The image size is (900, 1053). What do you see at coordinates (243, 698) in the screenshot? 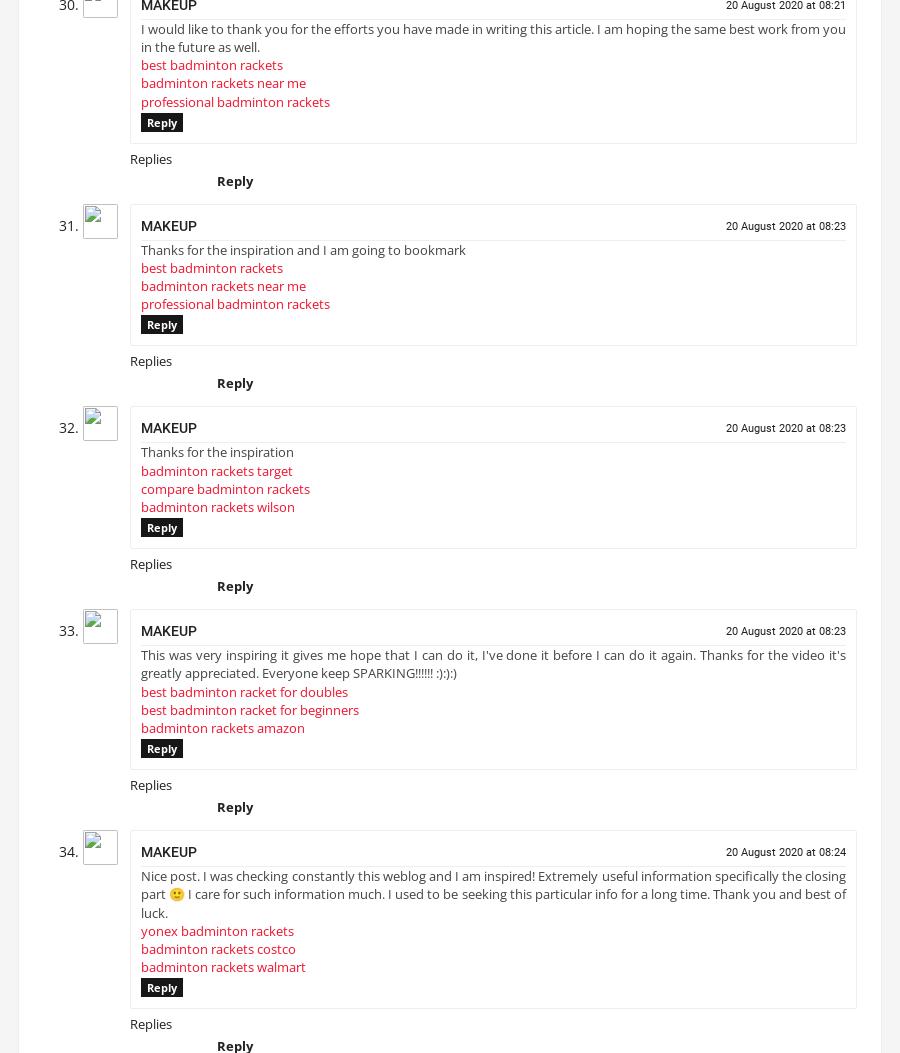
I see `'best badminton racket for doubles'` at bounding box center [243, 698].